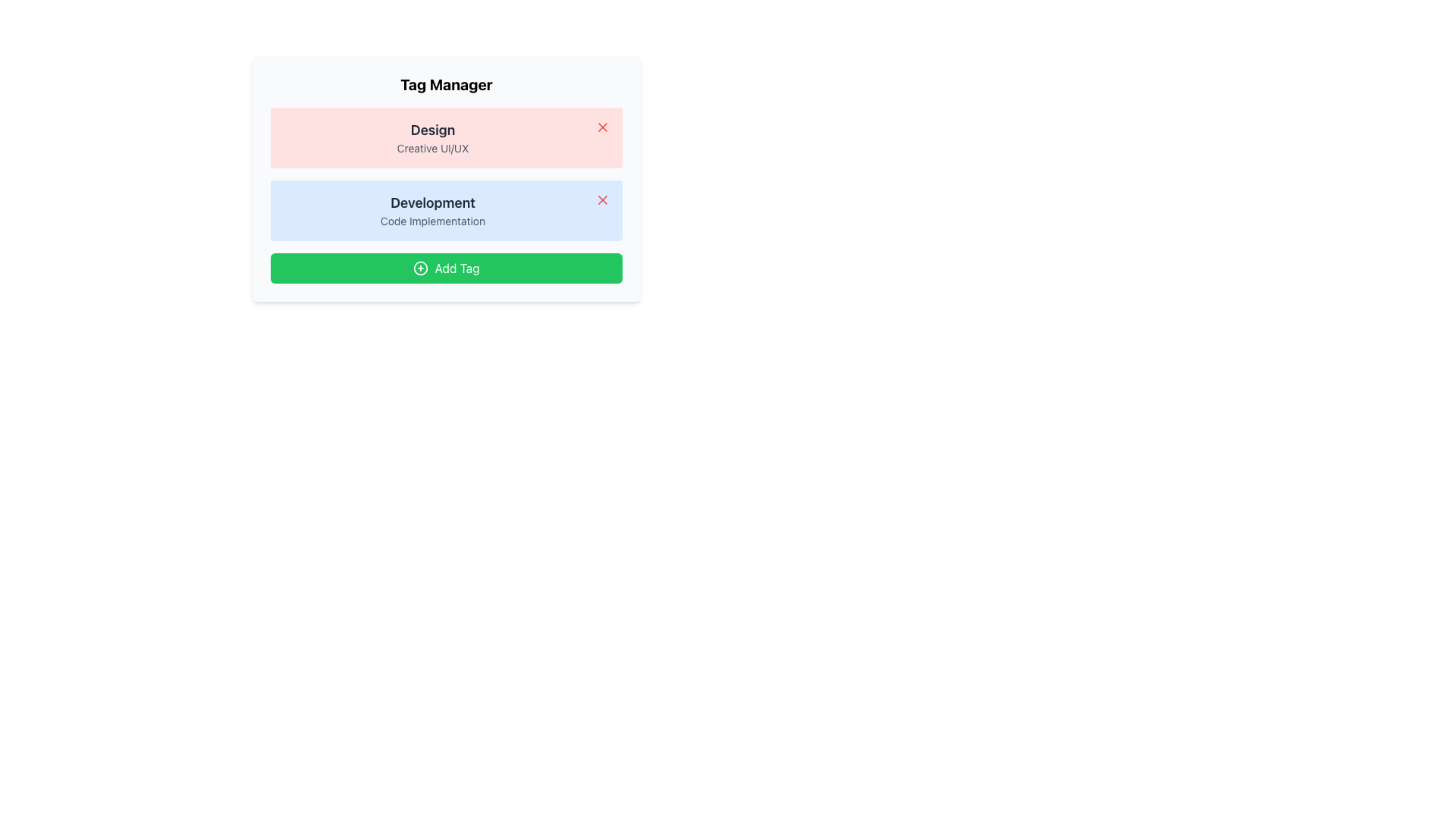 This screenshot has height=819, width=1456. What do you see at coordinates (432, 149) in the screenshot?
I see `the label with gray text reading 'Creative UI/UX' located below the header 'Design' in a light pink section` at bounding box center [432, 149].